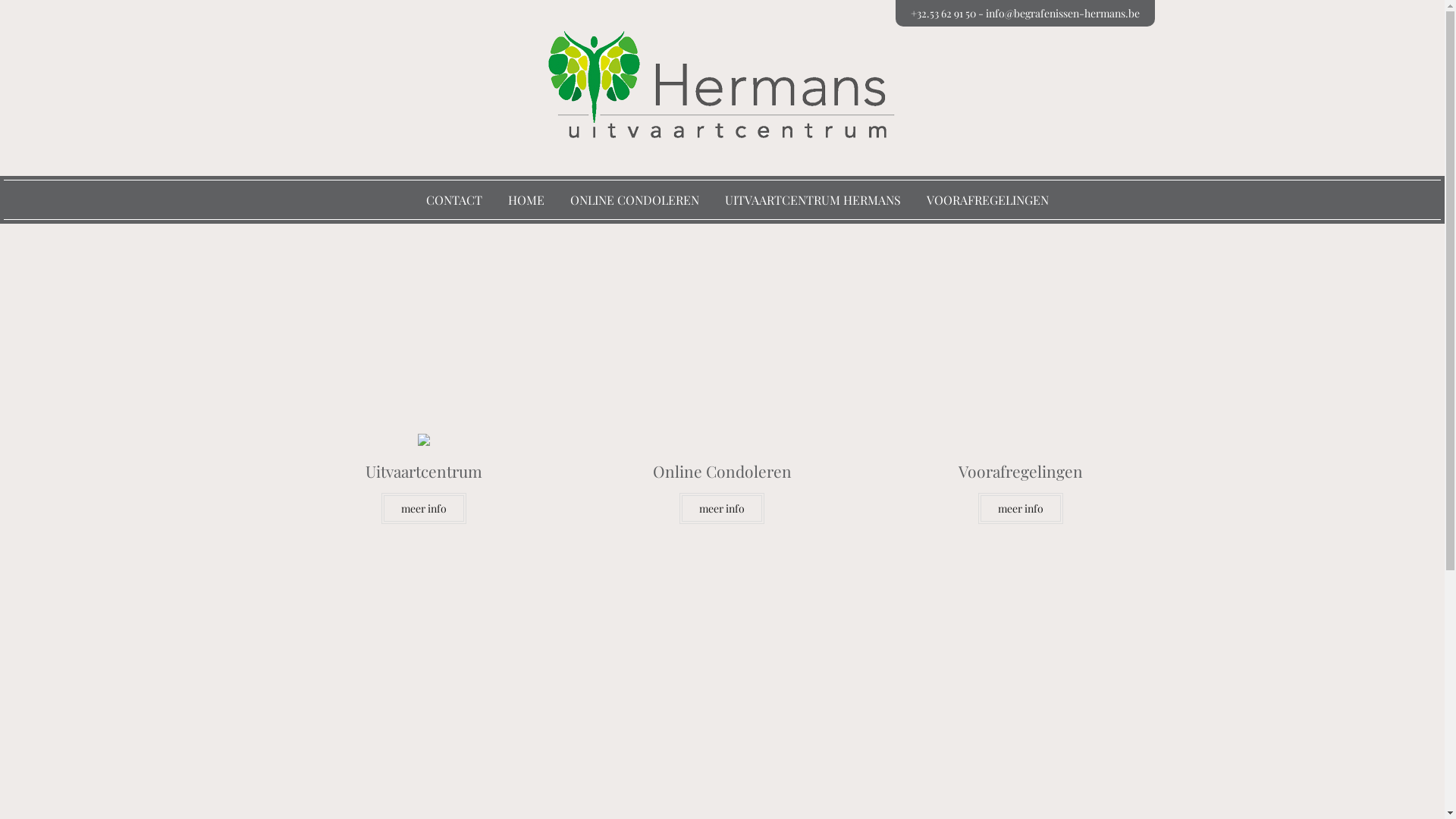 This screenshot has height=819, width=1456. I want to click on 'meer info', so click(1020, 508).